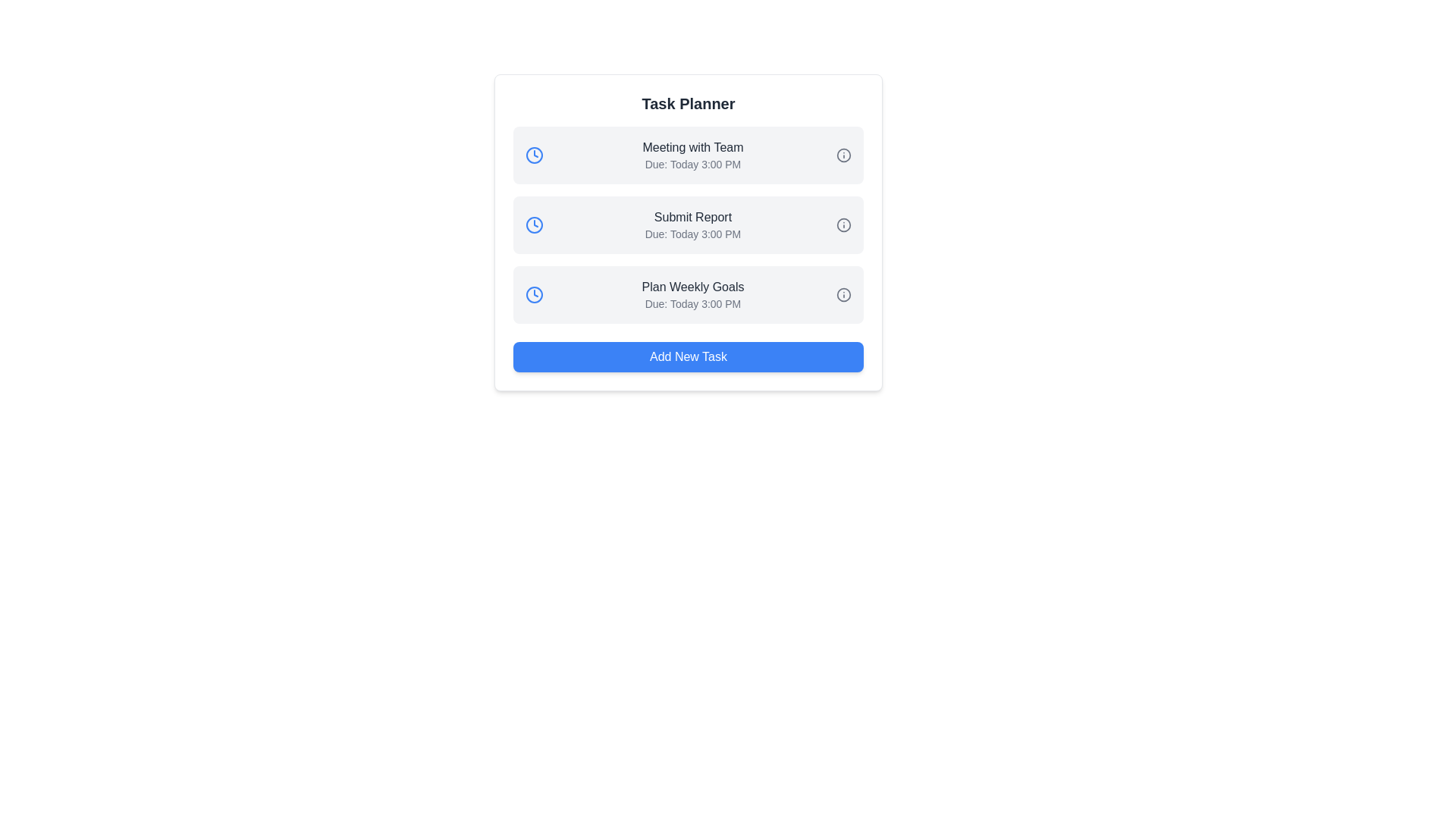  What do you see at coordinates (687, 356) in the screenshot?
I see `the blue button with rounded corners labeled 'Add New Task' located at the bottom of the task panel` at bounding box center [687, 356].